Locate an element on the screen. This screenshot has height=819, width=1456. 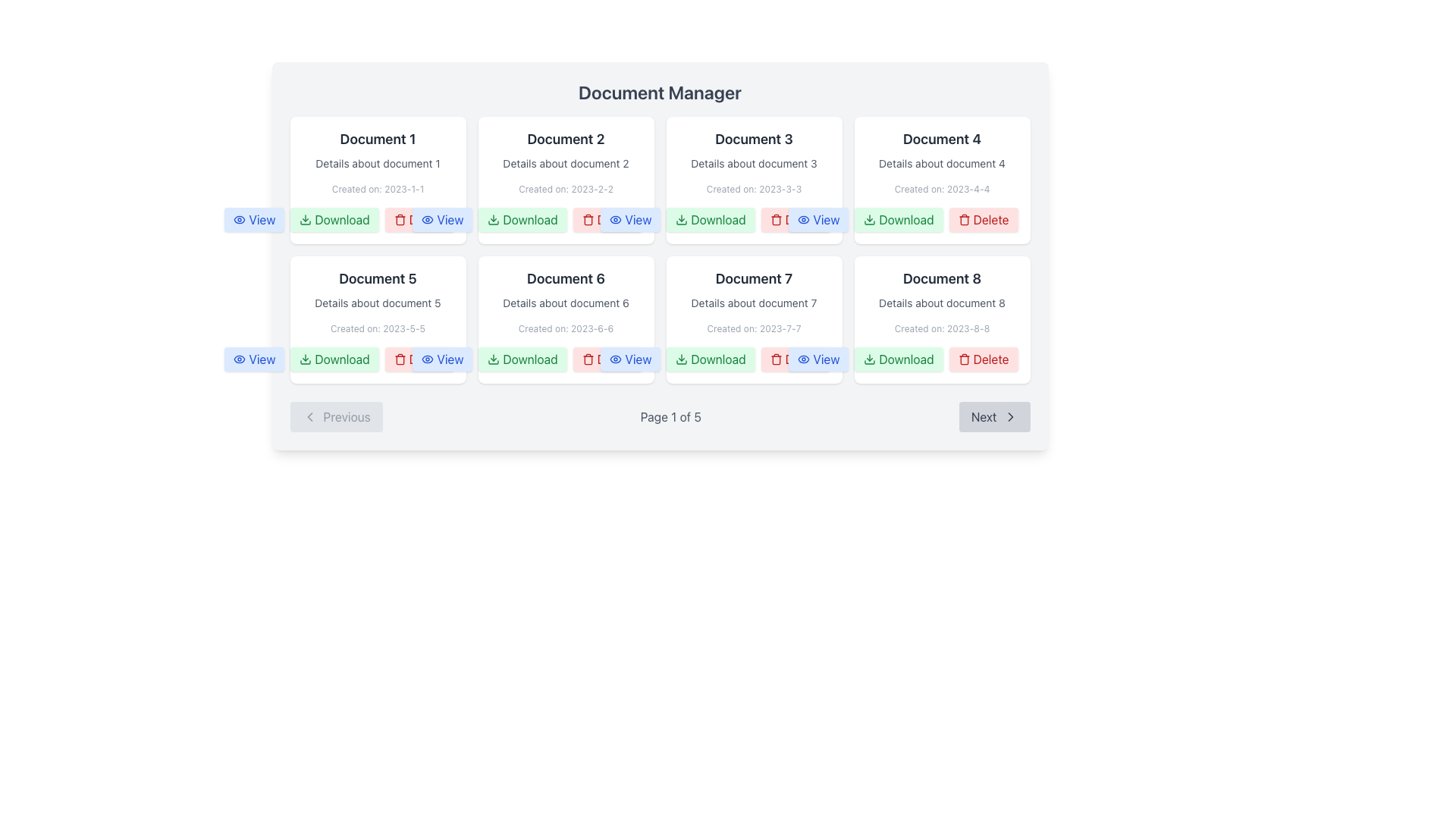
the text display element that shows the title 'Document 2' along with its details including 'Created on: 2023-2-2' is located at coordinates (565, 162).